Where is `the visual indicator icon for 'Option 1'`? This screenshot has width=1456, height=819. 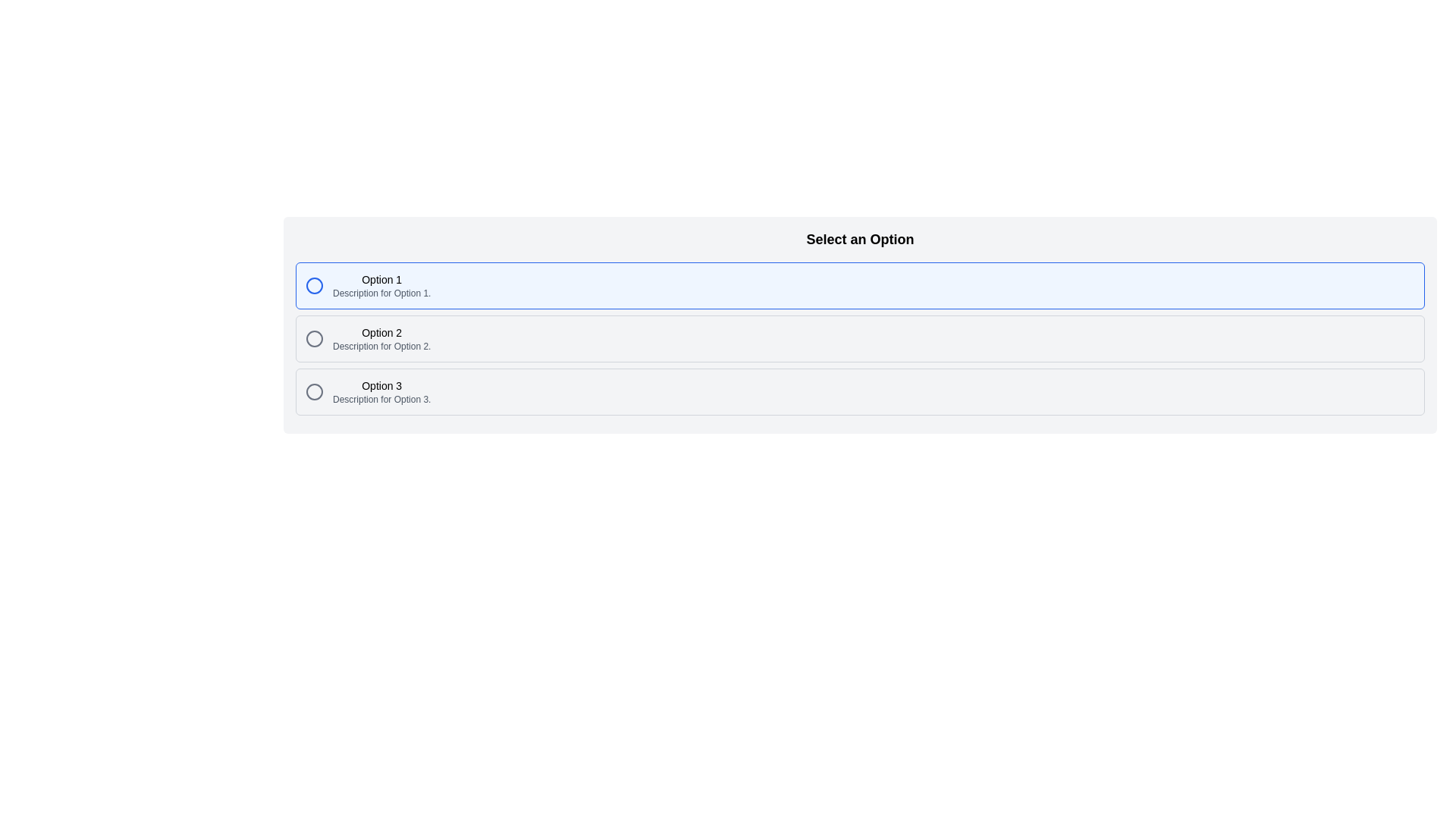 the visual indicator icon for 'Option 1' is located at coordinates (313, 286).